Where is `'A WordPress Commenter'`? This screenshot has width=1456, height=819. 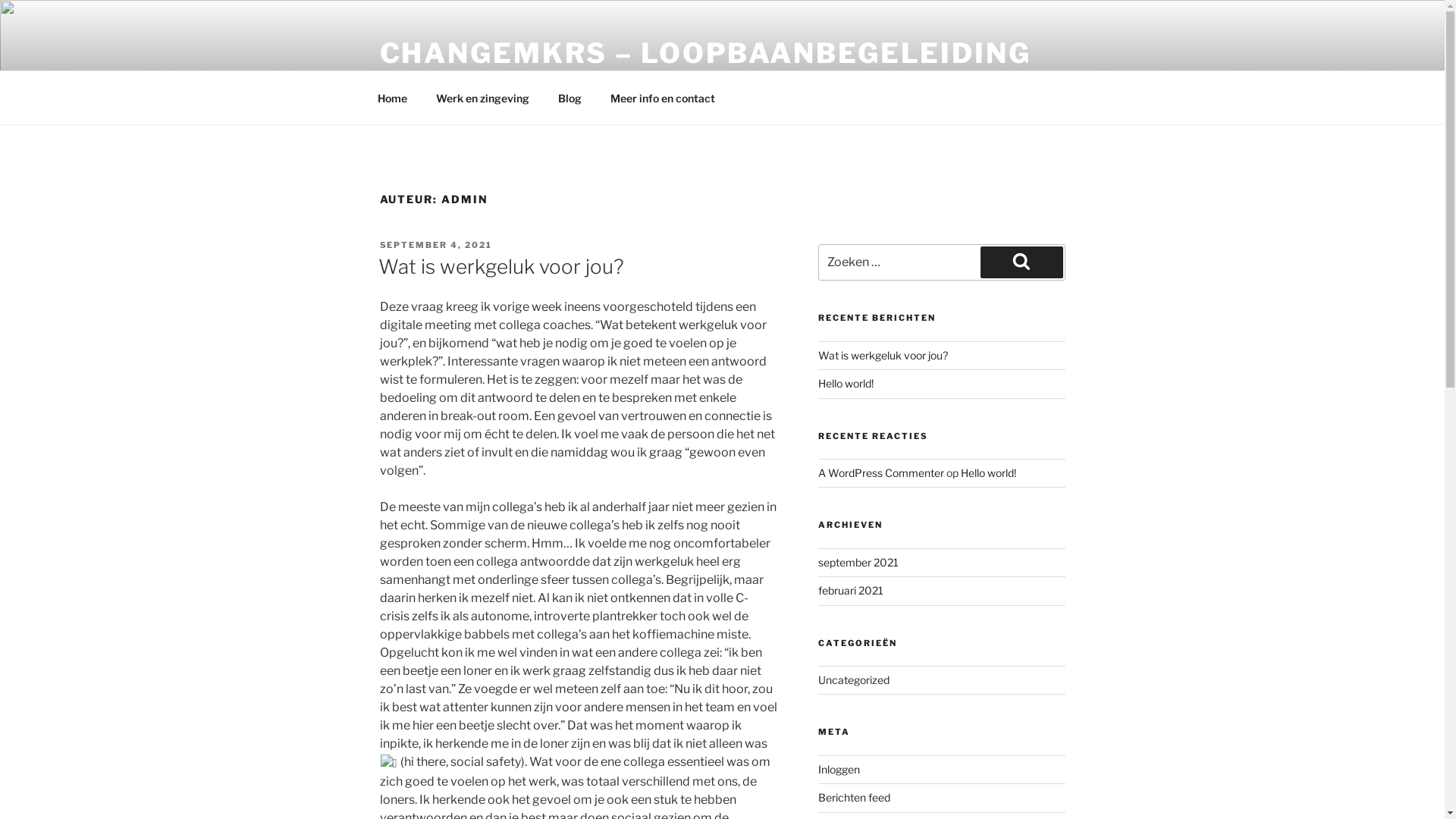 'A WordPress Commenter' is located at coordinates (880, 472).